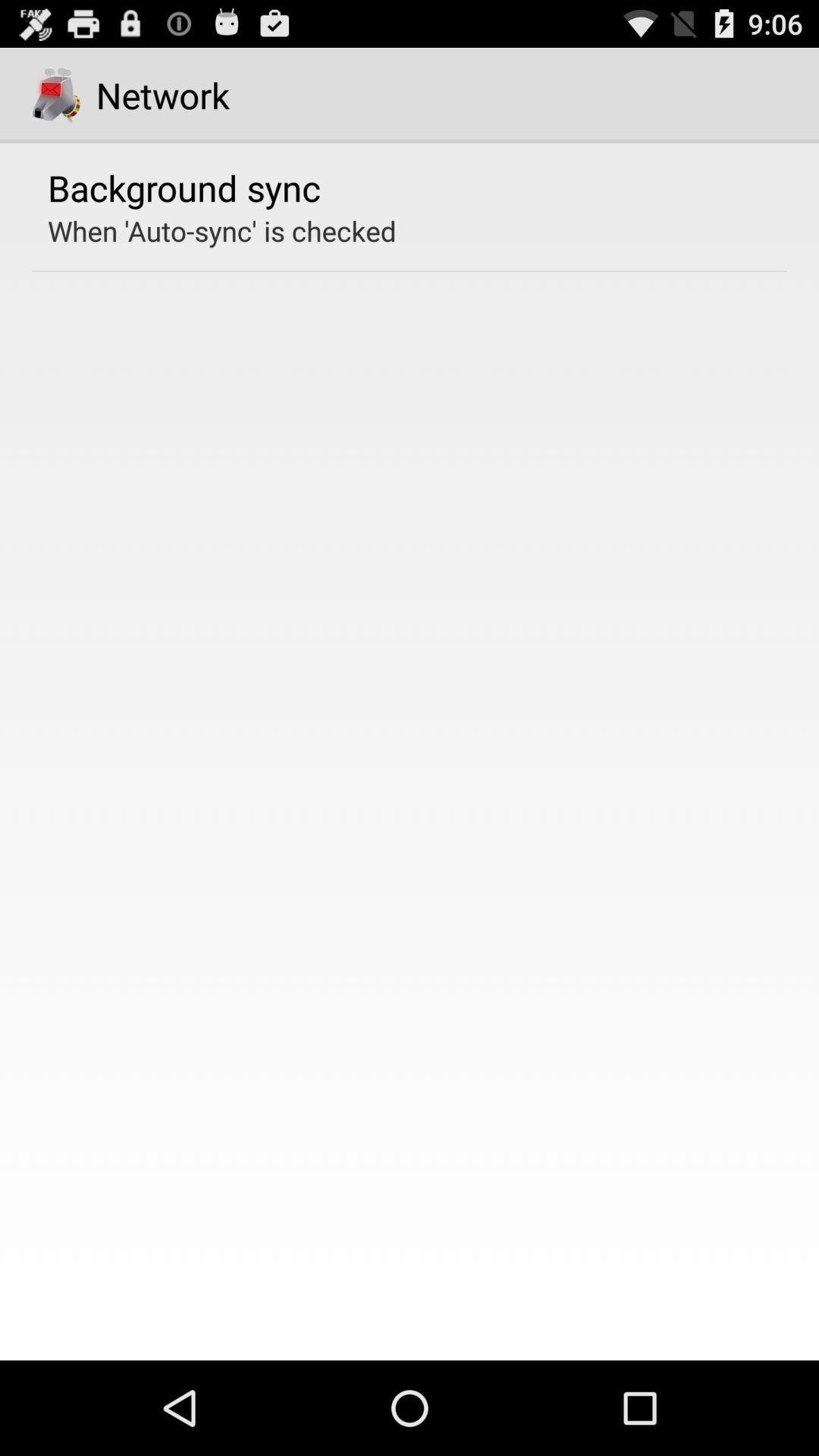  I want to click on the when auto sync app, so click(221, 230).